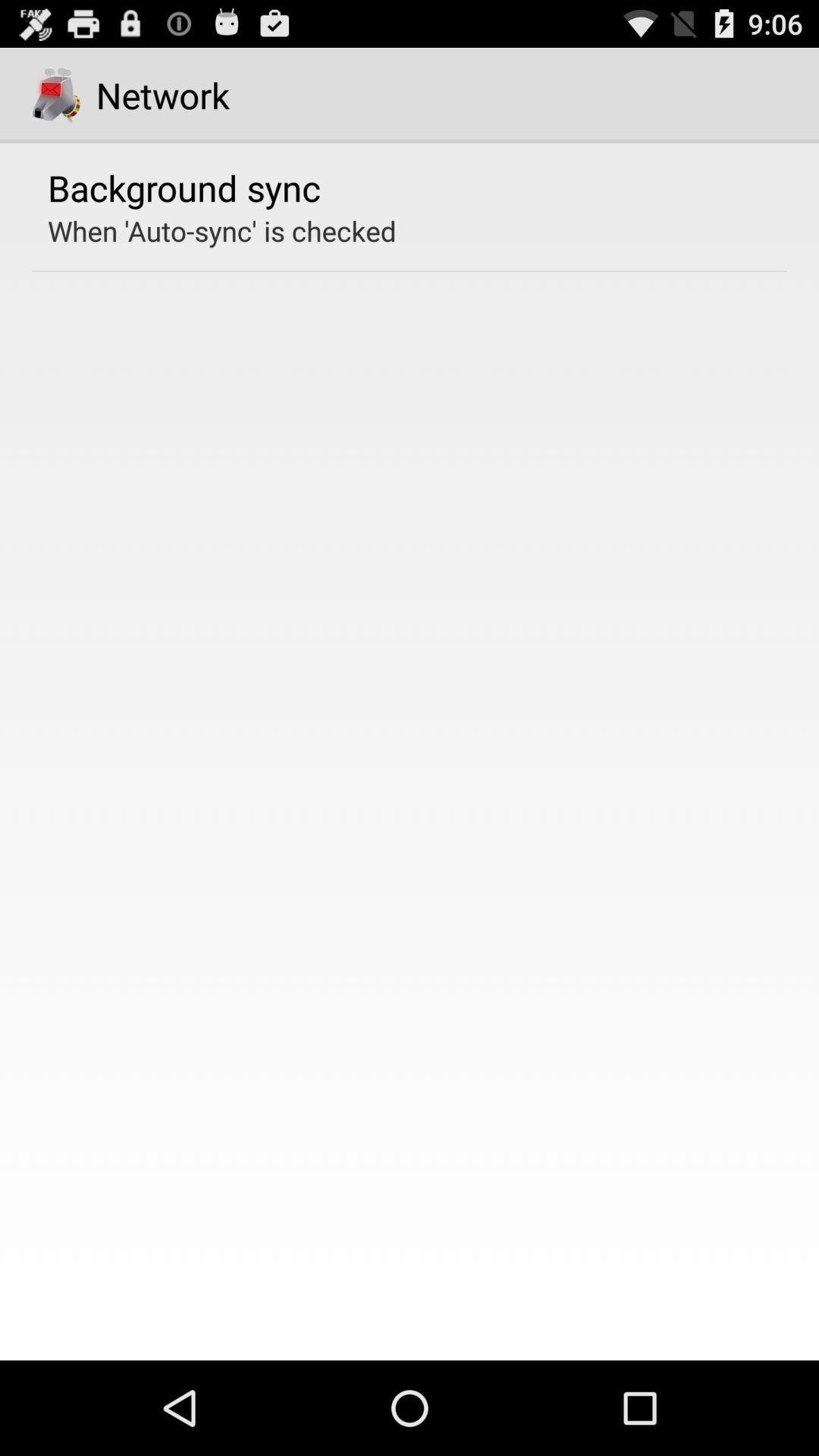  I want to click on the when auto sync app, so click(221, 230).